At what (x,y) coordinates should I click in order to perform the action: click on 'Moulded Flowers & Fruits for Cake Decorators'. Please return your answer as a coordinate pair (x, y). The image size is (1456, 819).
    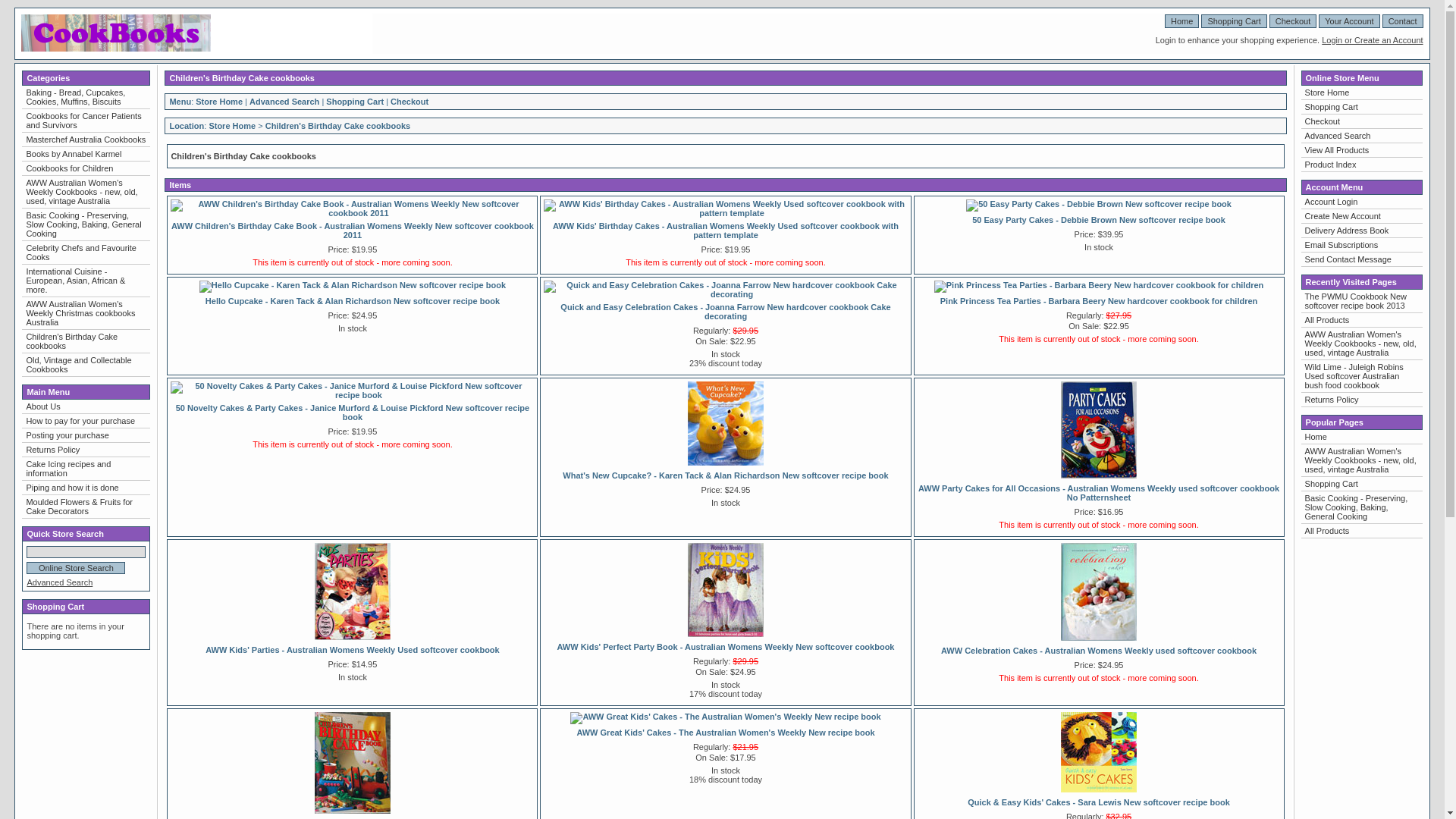
    Looking at the image, I should click on (21, 506).